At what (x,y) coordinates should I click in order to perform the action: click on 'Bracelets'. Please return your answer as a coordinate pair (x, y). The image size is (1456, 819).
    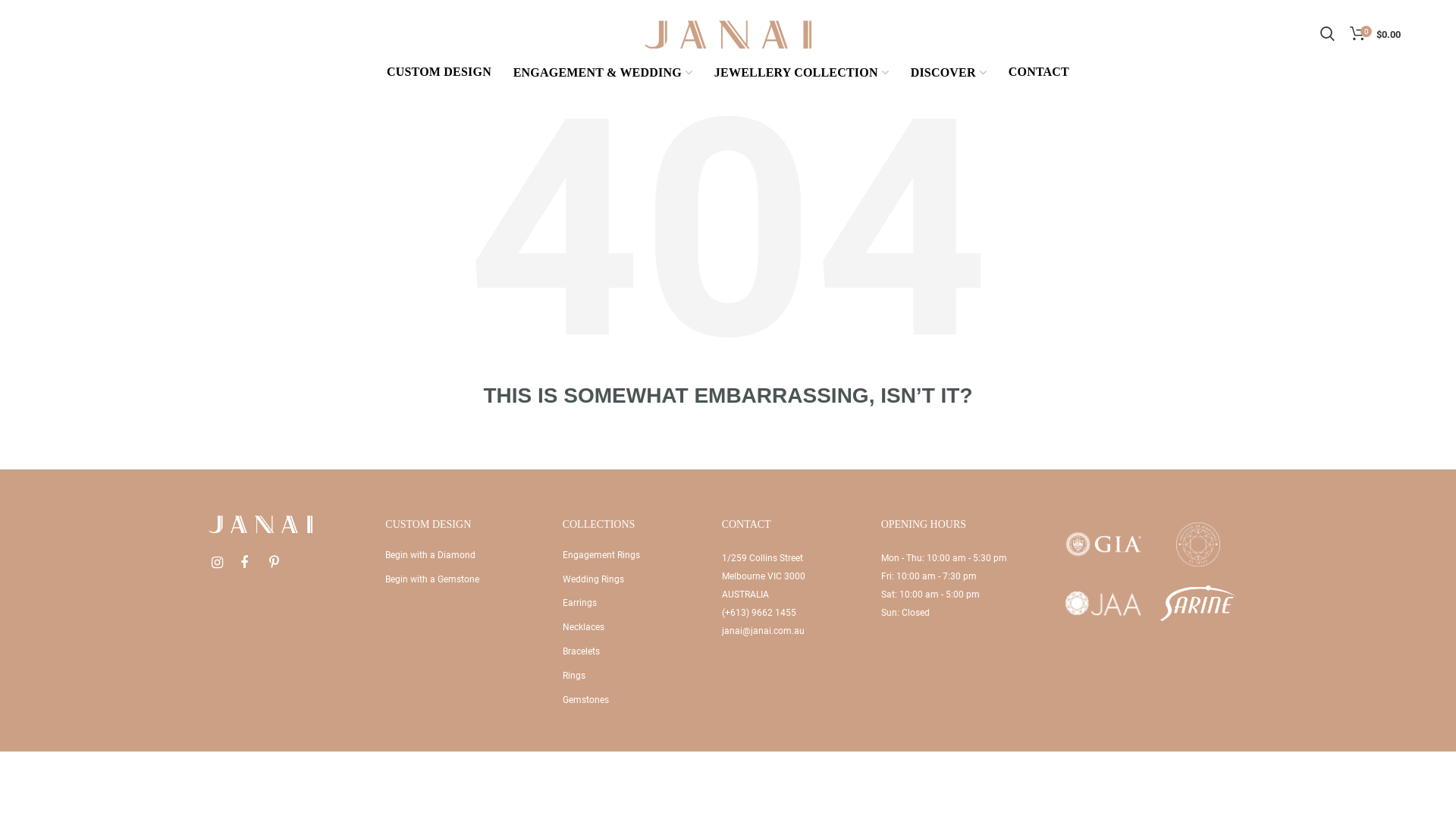
    Looking at the image, I should click on (580, 651).